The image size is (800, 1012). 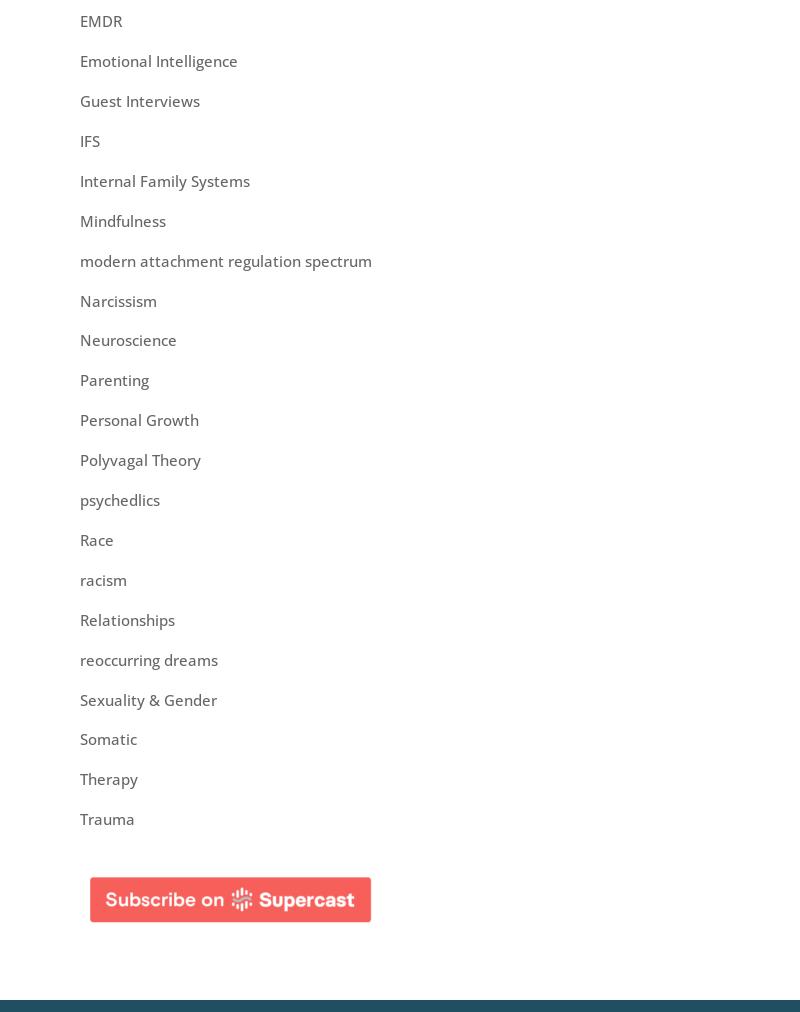 I want to click on 'Internal Family Systems', so click(x=164, y=180).